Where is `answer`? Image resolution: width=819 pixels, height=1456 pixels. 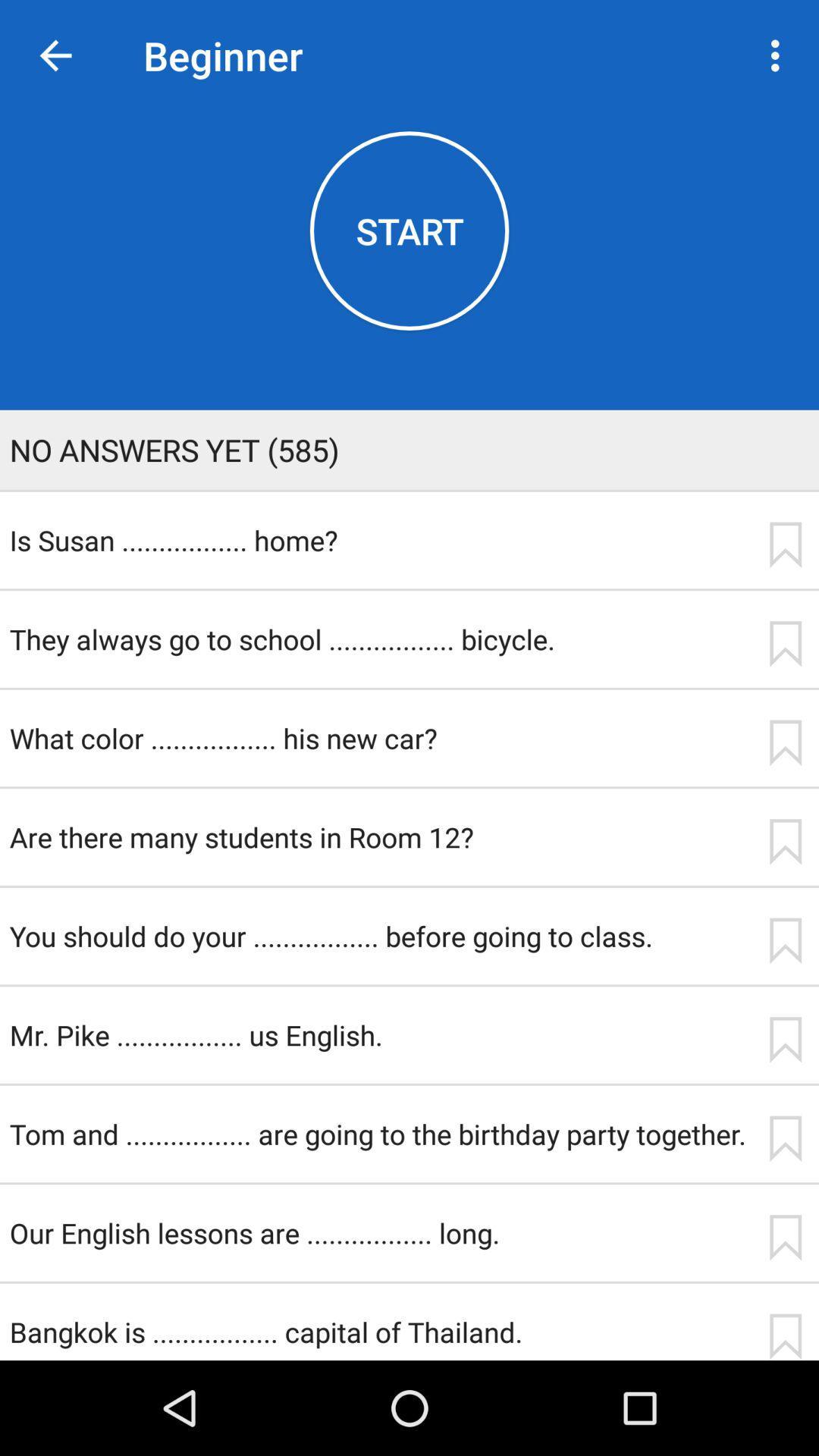
answer is located at coordinates (785, 1238).